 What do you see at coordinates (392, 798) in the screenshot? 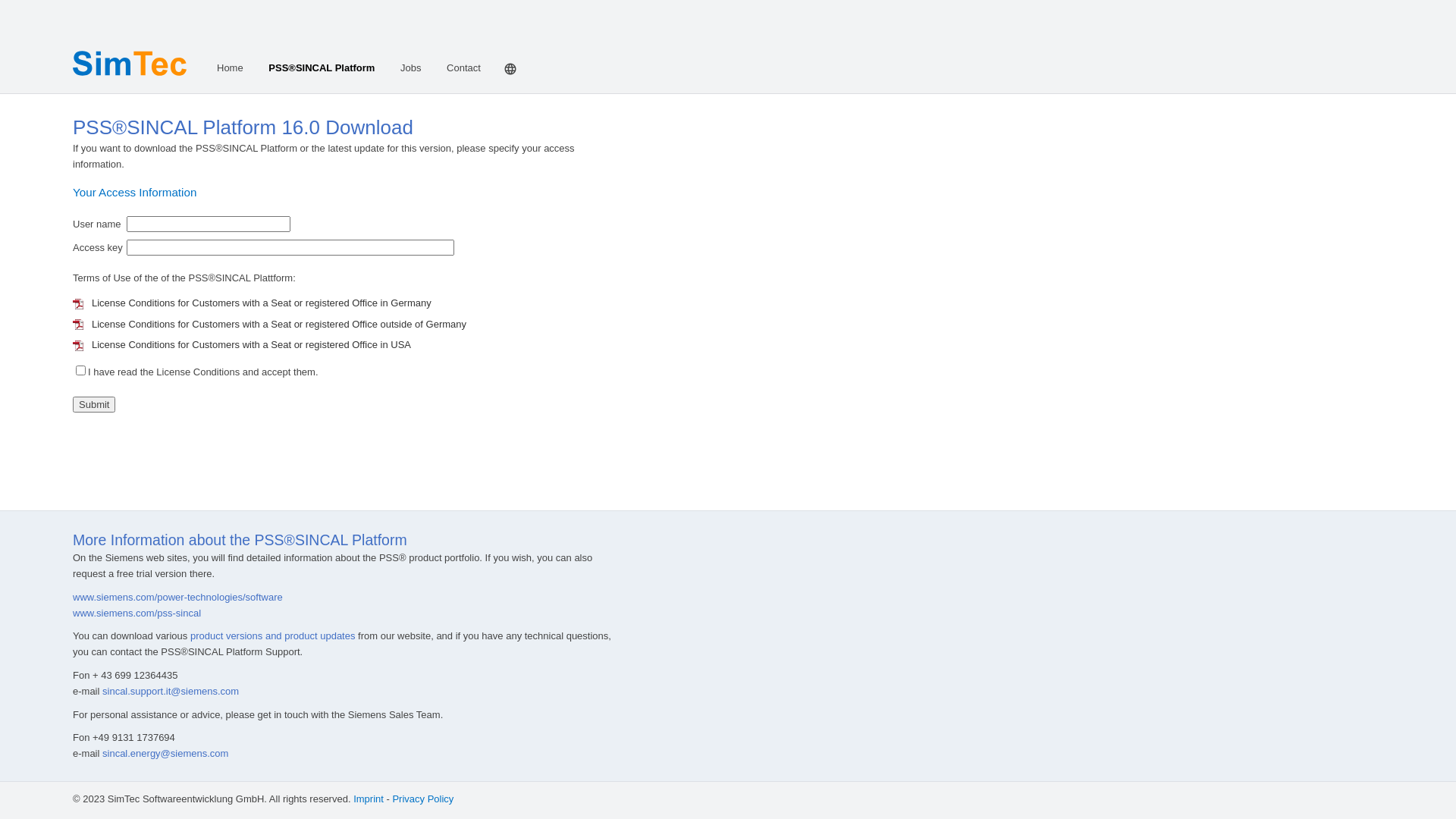
I see `'Privacy Policy'` at bounding box center [392, 798].